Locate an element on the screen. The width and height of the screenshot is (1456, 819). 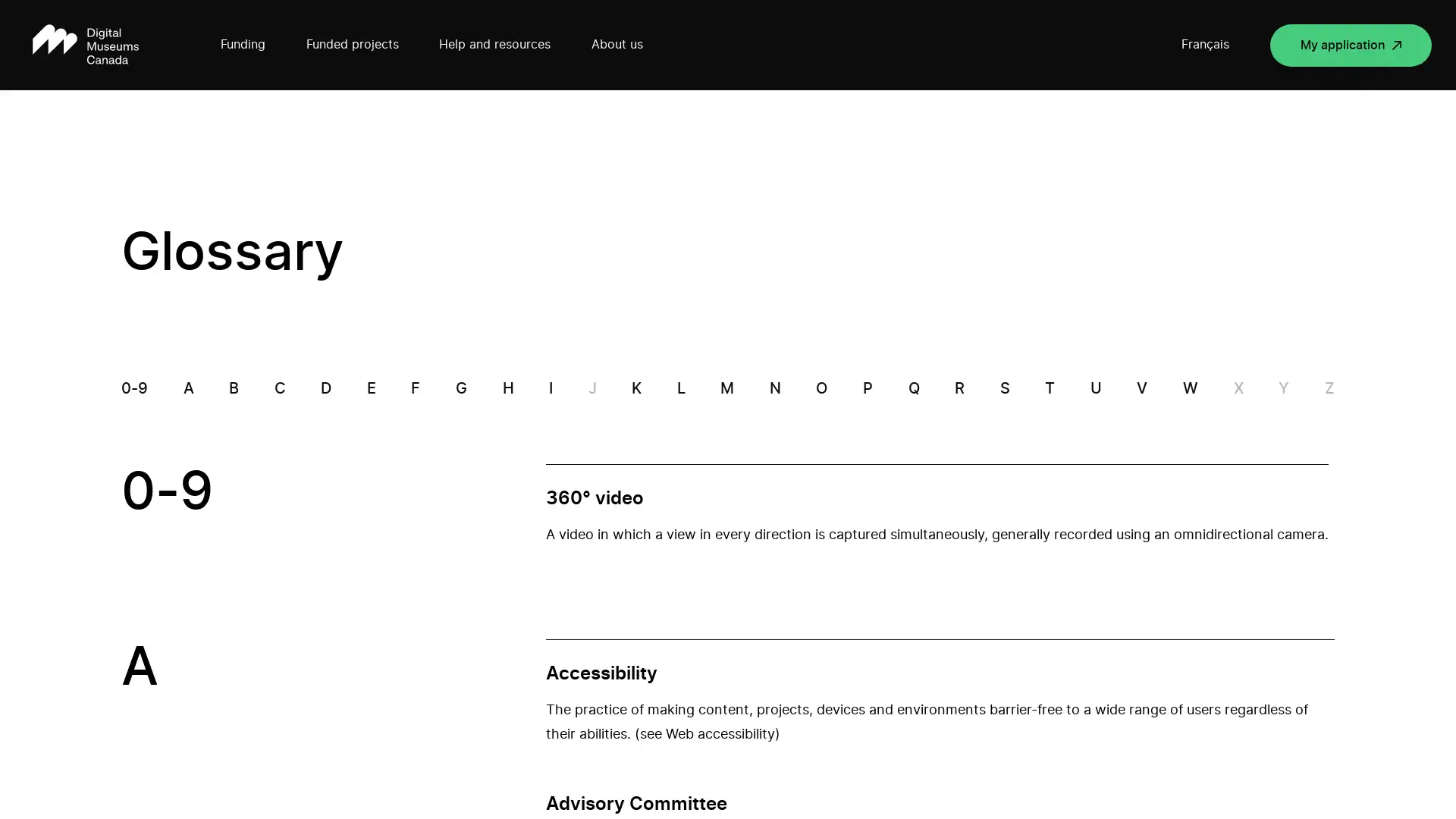
L is located at coordinates (679, 388).